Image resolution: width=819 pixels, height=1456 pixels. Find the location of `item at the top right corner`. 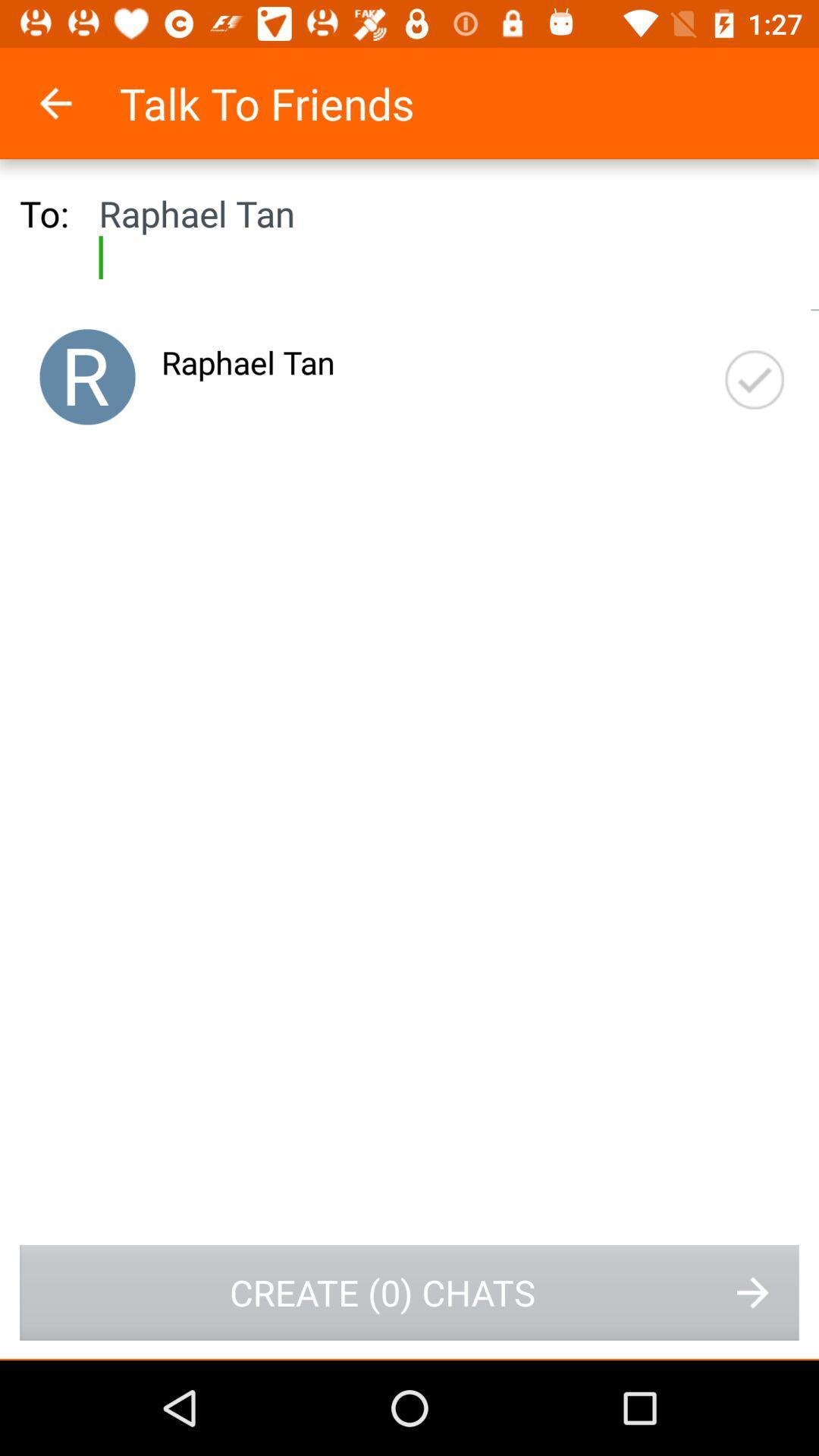

item at the top right corner is located at coordinates (755, 380).